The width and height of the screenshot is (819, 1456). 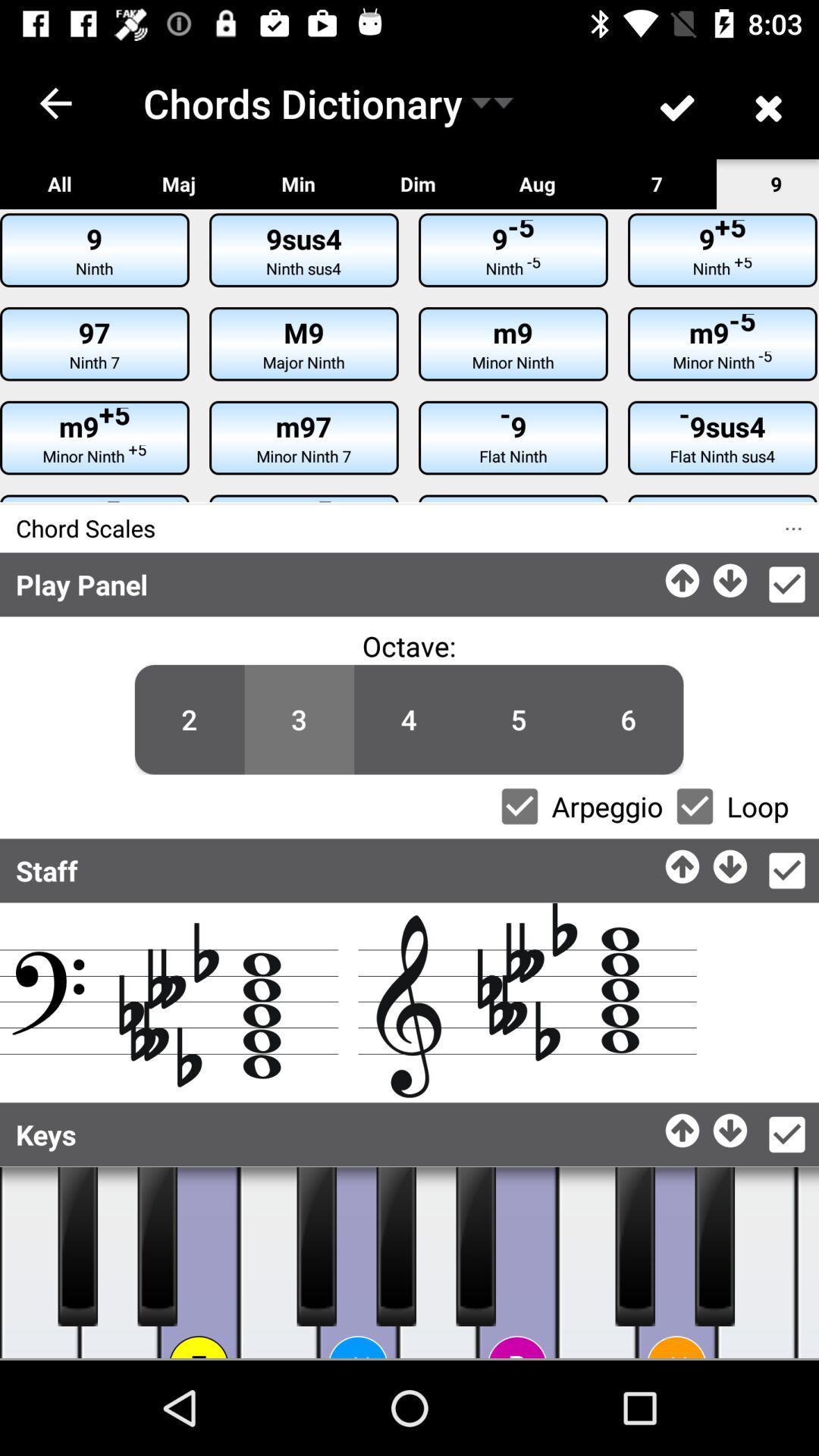 What do you see at coordinates (695, 805) in the screenshot?
I see `loop` at bounding box center [695, 805].